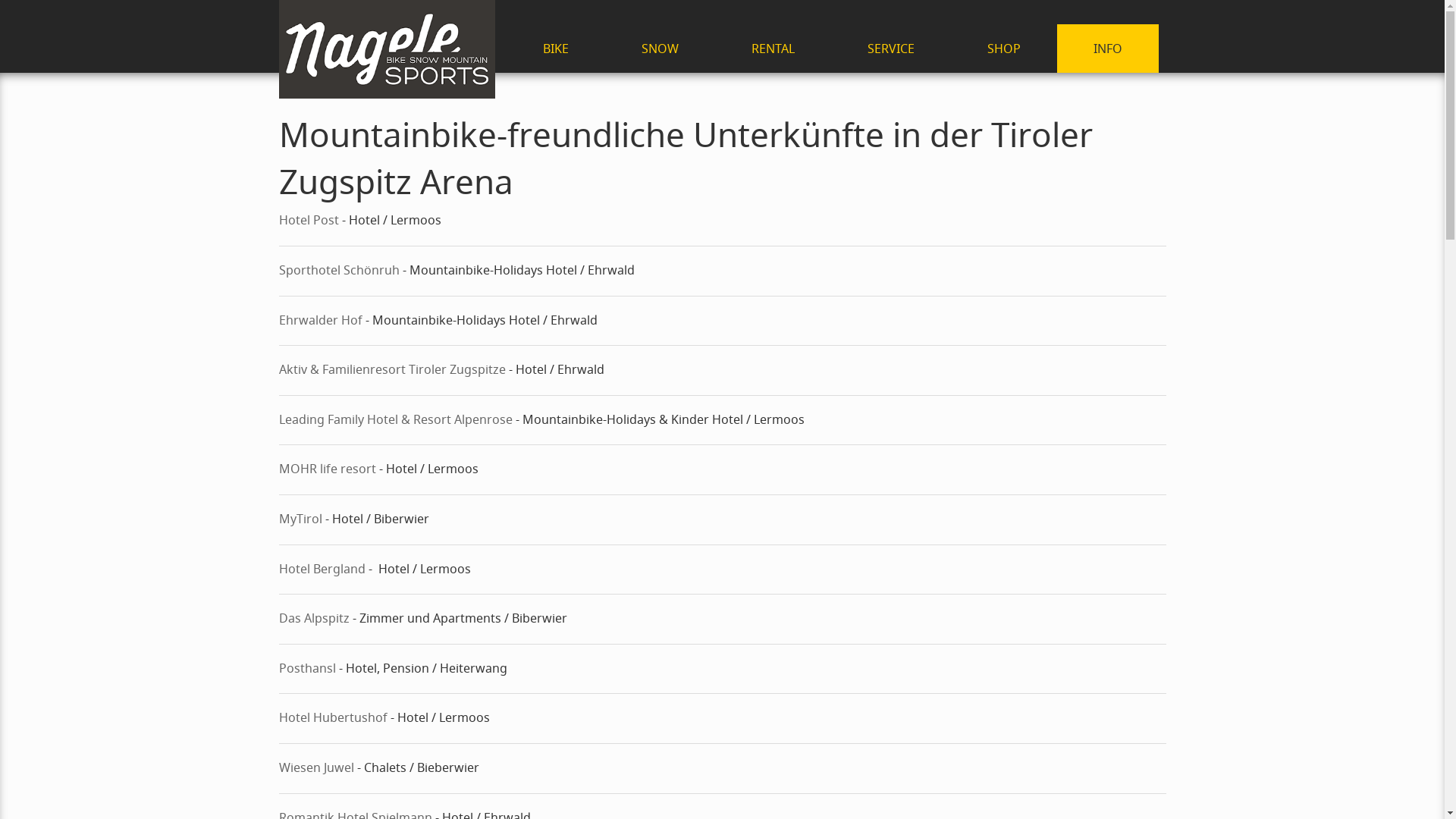 The width and height of the screenshot is (1456, 819). Describe the element at coordinates (322, 568) in the screenshot. I see `'Hotel Bergland'` at that location.